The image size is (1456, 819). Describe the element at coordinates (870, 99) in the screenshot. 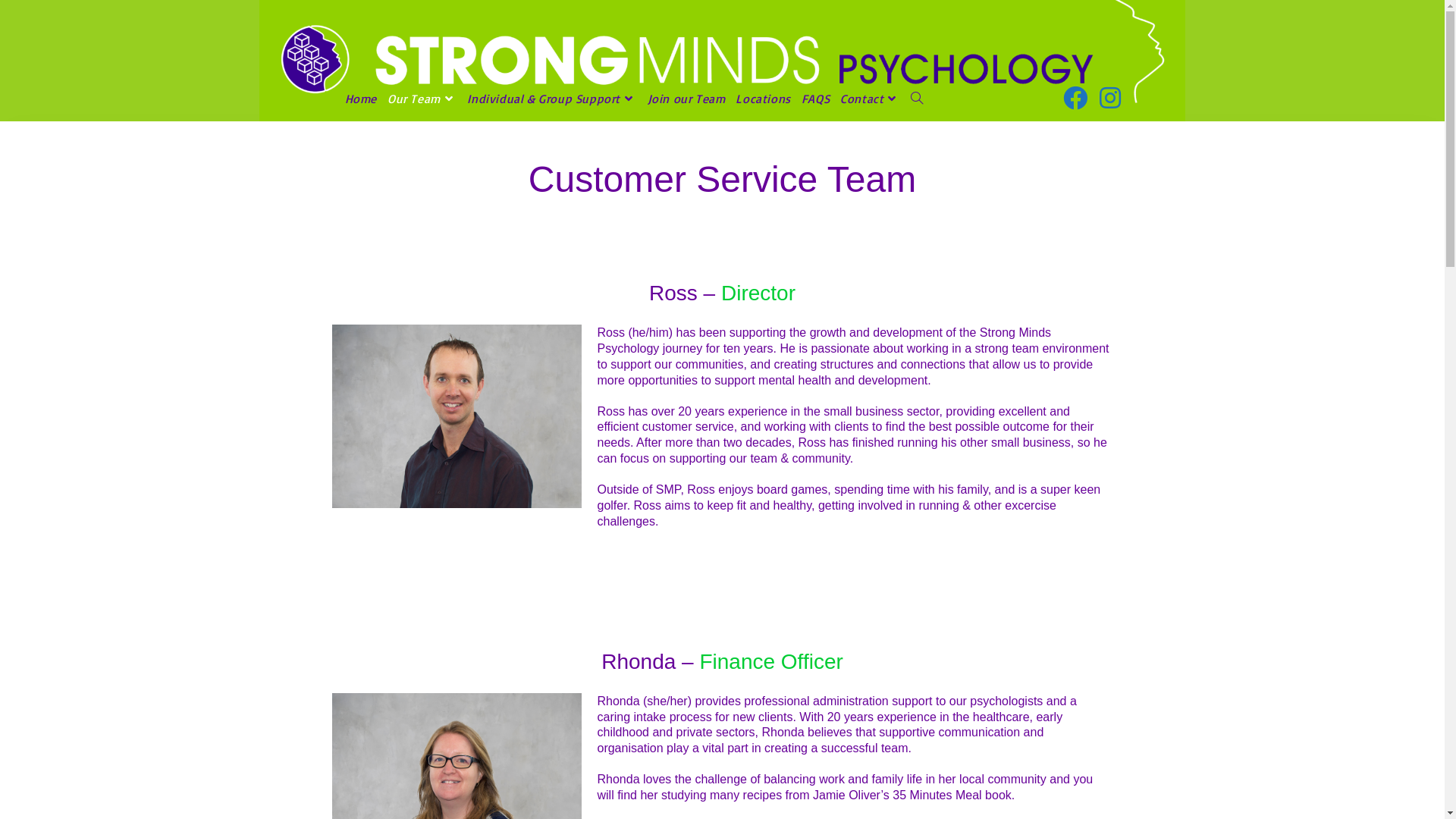

I see `'Contact'` at that location.